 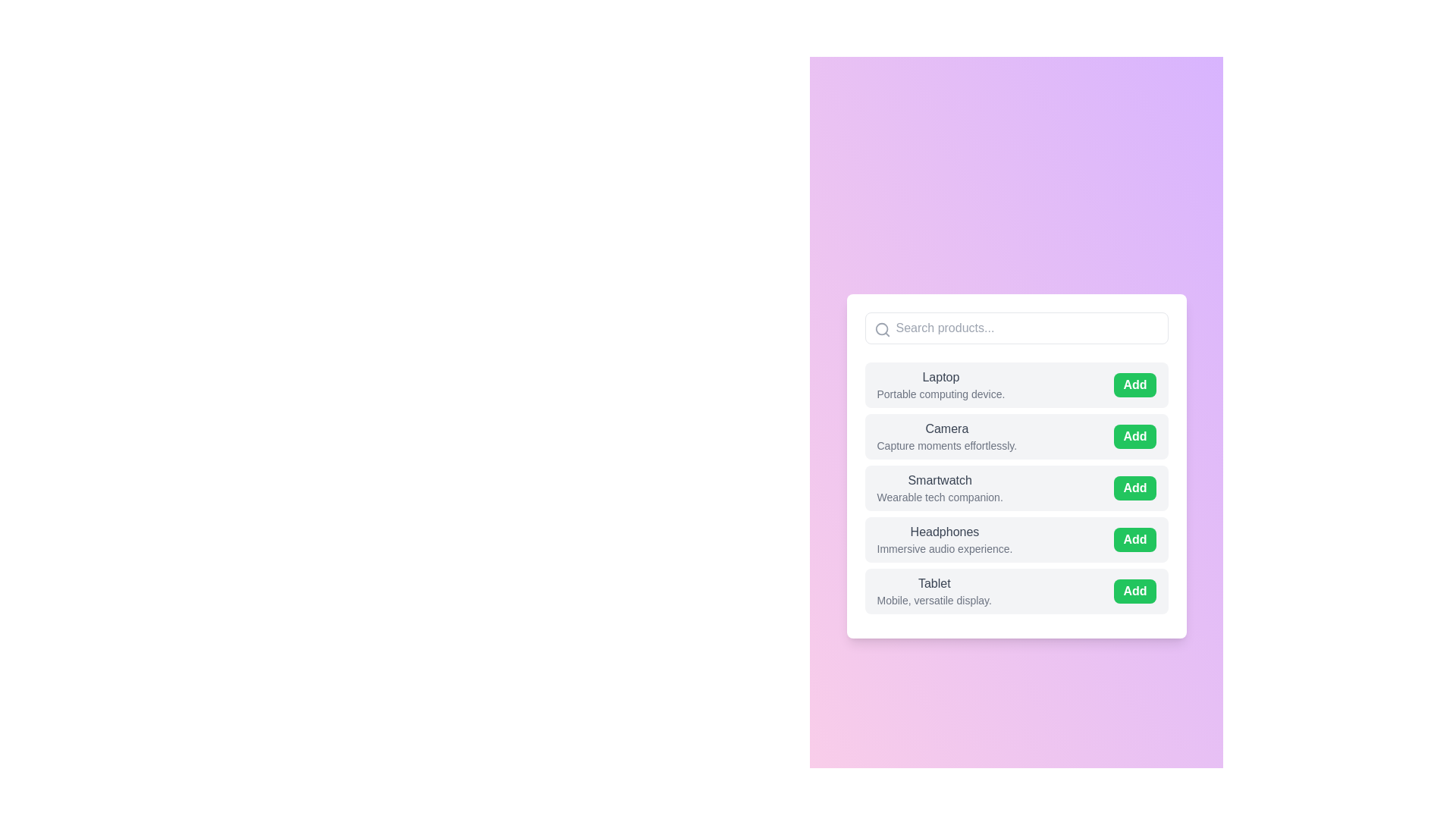 What do you see at coordinates (1135, 539) in the screenshot?
I see `the 'Add' button, which is a green rectangular button with rounded corners located on the right side of the row containing 'Headphones' and 'Immersive audio experience.'` at bounding box center [1135, 539].